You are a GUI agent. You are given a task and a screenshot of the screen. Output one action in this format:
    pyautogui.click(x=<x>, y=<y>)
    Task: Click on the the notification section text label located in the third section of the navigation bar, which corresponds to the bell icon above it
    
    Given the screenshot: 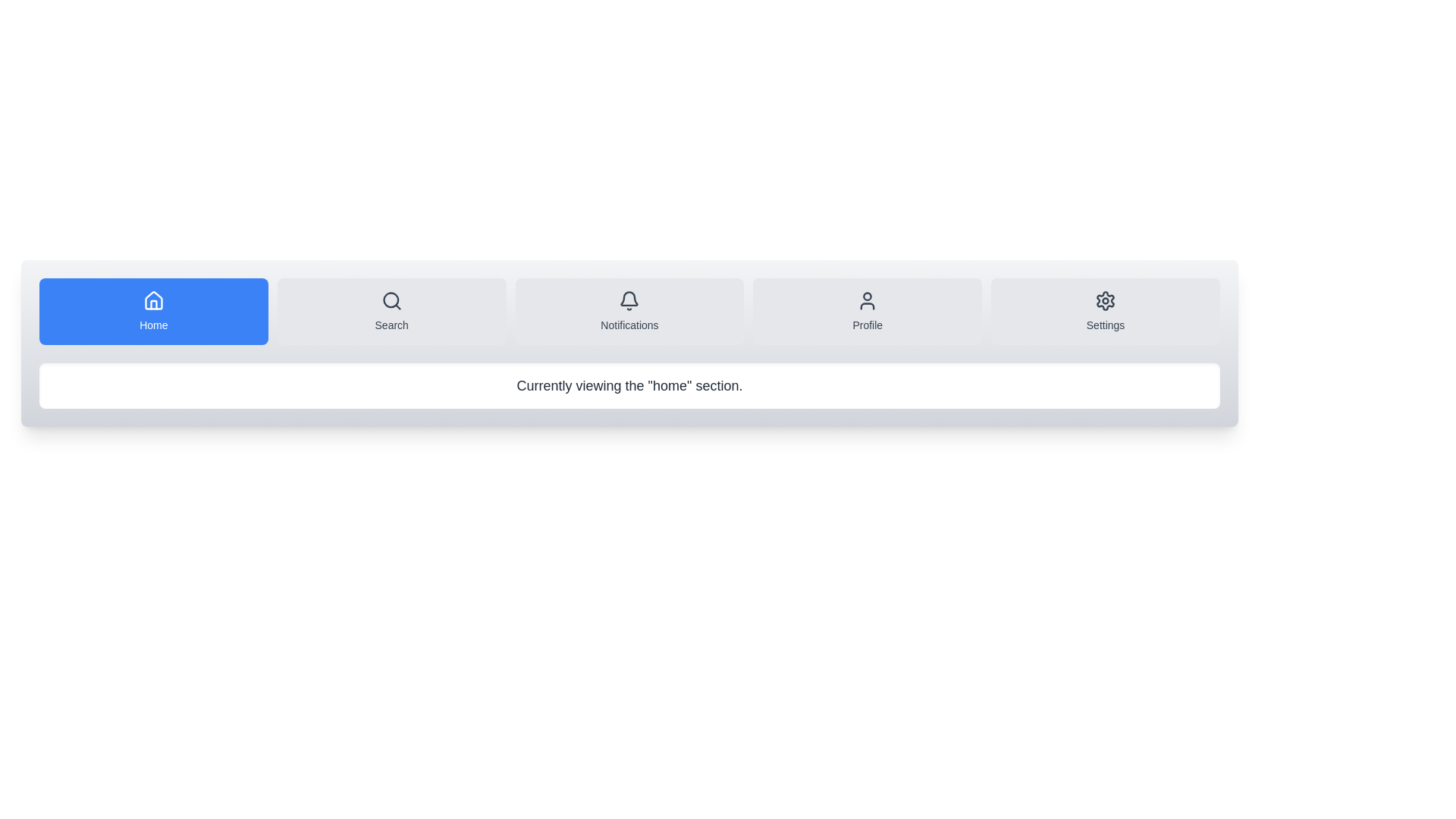 What is the action you would take?
    pyautogui.click(x=629, y=324)
    